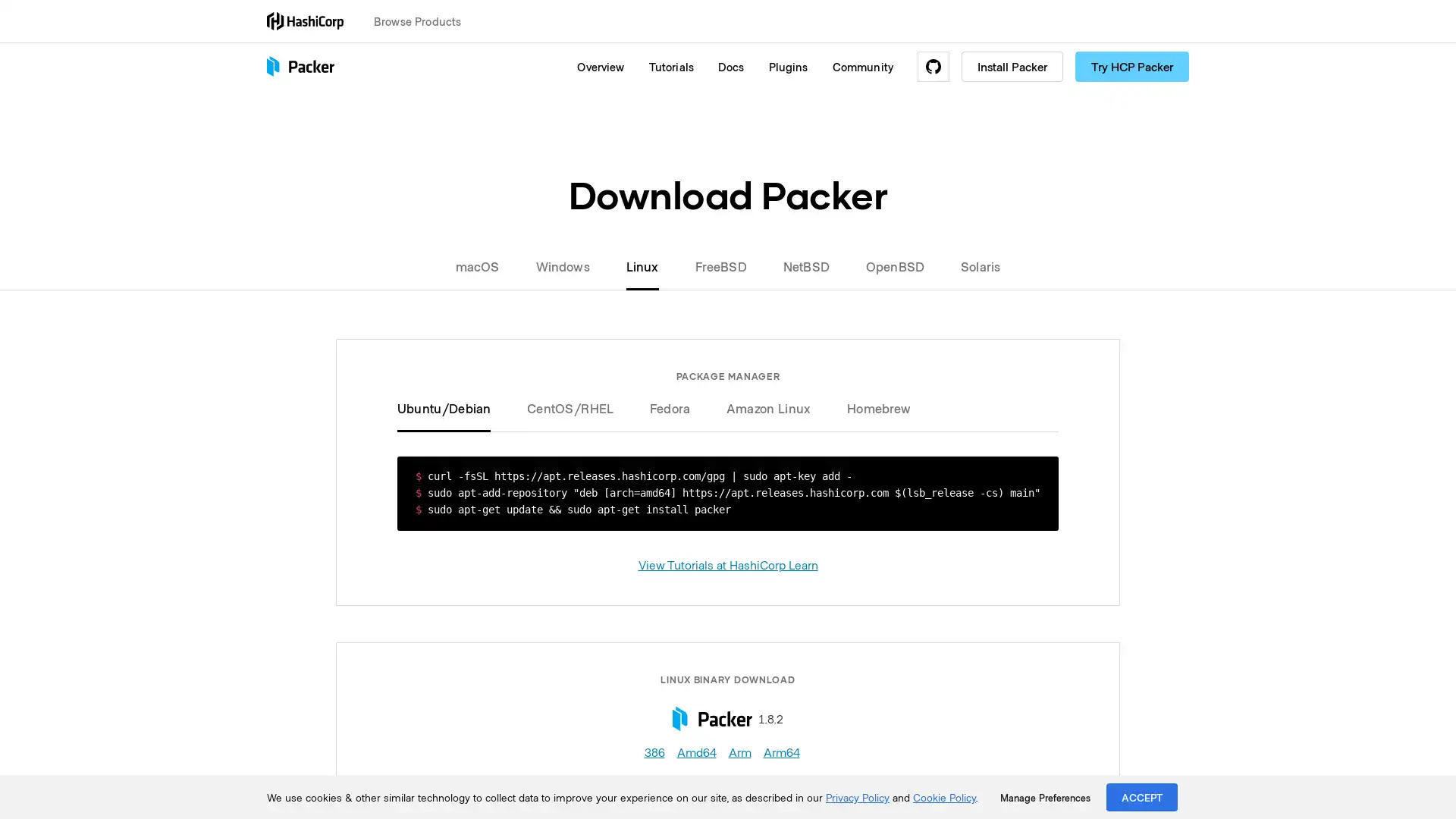 The image size is (1456, 819). What do you see at coordinates (870, 406) in the screenshot?
I see `Homebrew` at bounding box center [870, 406].